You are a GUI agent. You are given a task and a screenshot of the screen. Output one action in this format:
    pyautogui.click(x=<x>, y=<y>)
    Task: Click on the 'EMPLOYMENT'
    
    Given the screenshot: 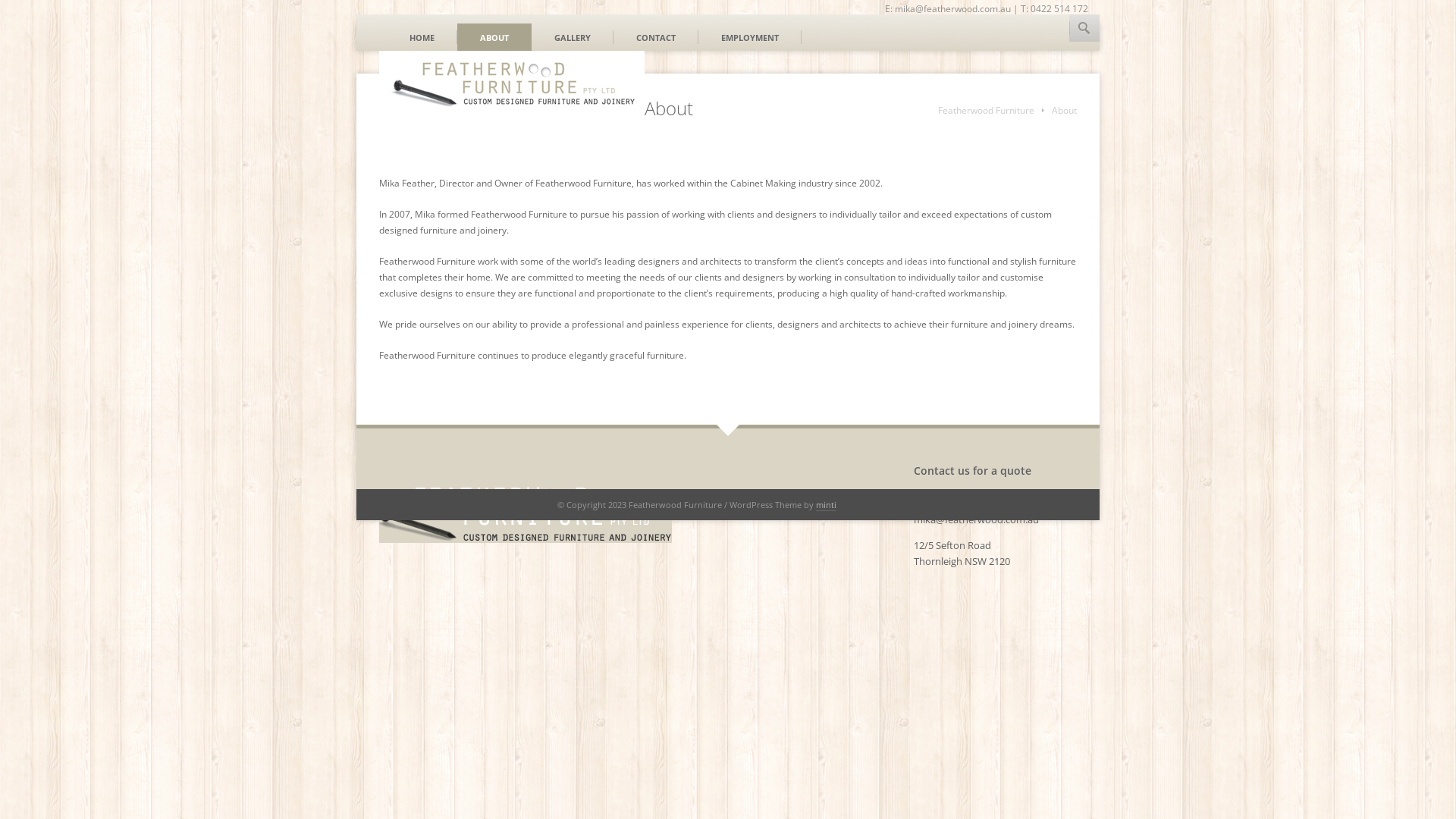 What is the action you would take?
    pyautogui.click(x=749, y=36)
    